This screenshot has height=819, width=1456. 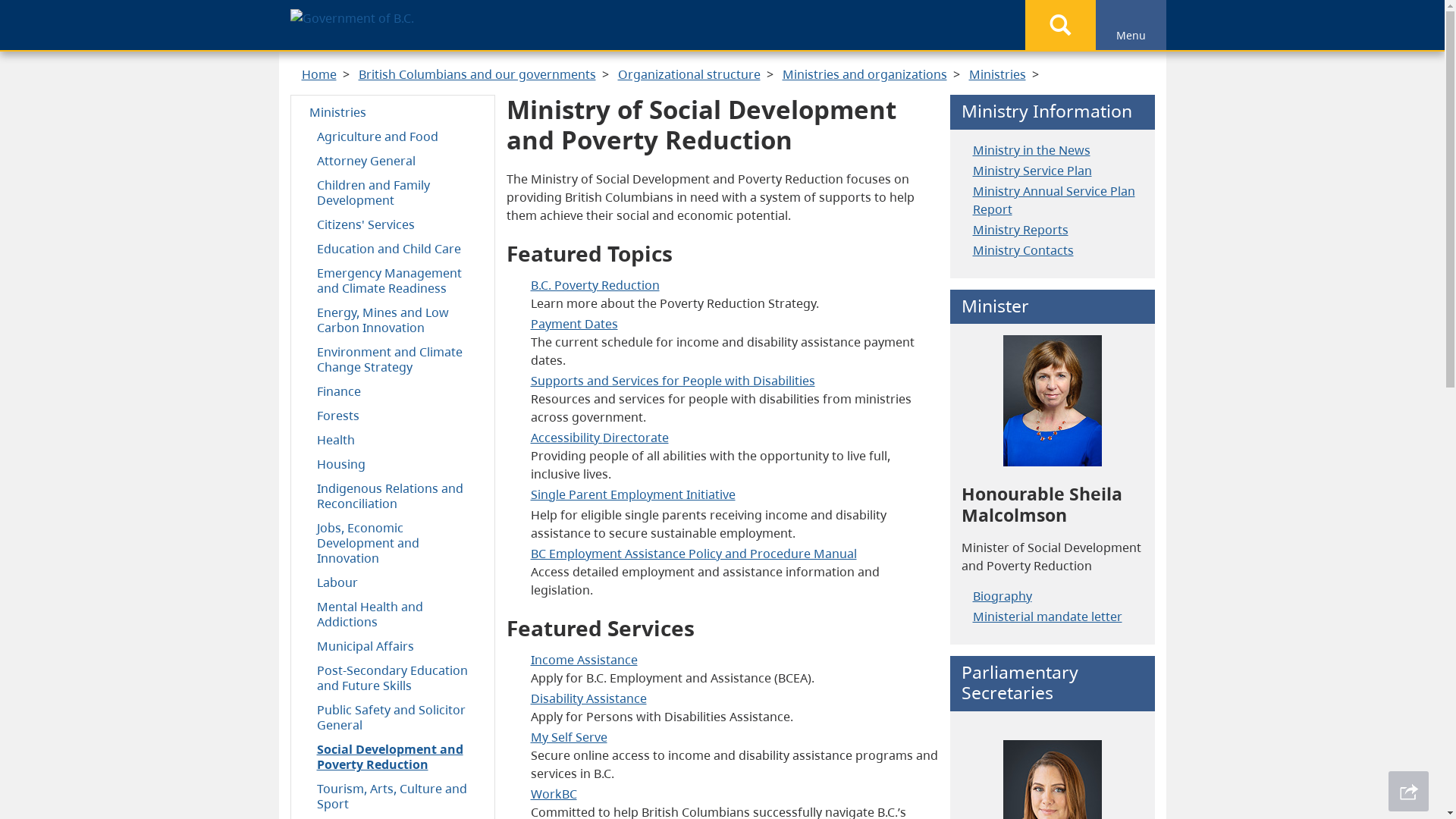 I want to click on 'Post-Secondary Education and Future Skills', so click(x=393, y=676).